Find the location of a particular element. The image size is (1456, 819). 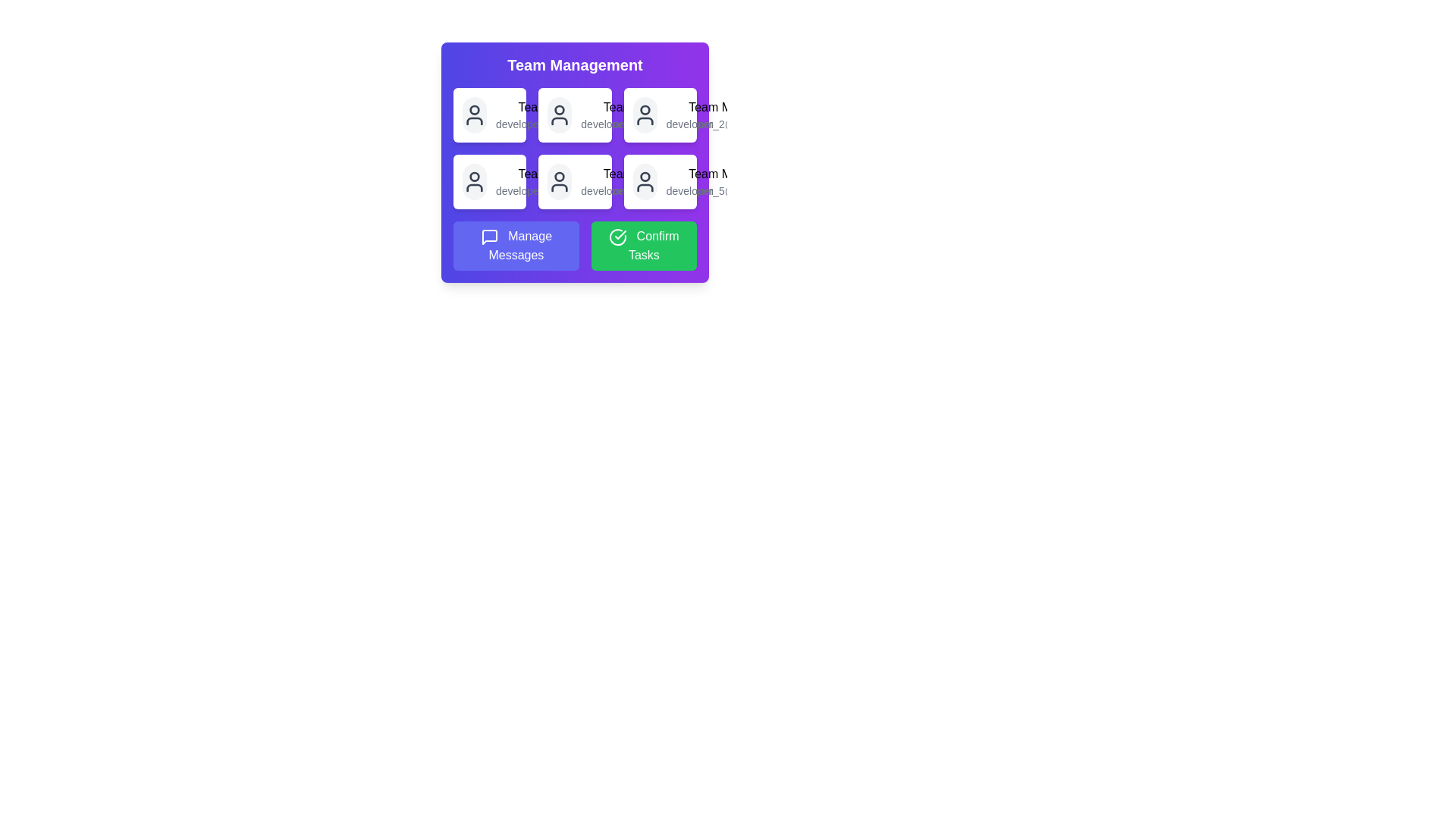

the User Avatar representing 'Team Member 1' with the email 'developer_0@example.com' by moving the cursor to it is located at coordinates (473, 114).